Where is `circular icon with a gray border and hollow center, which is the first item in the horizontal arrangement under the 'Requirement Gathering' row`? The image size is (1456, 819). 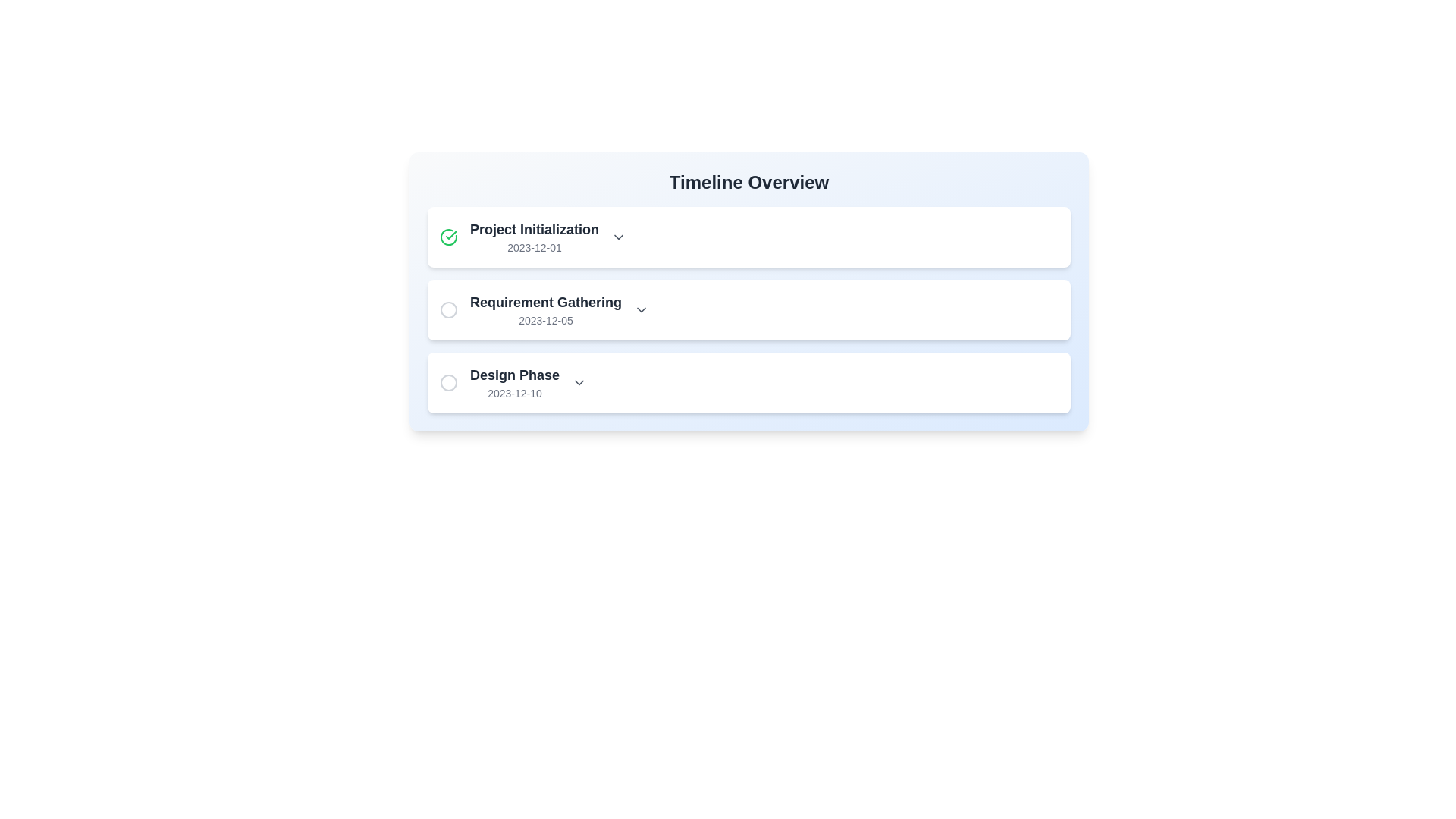 circular icon with a gray border and hollow center, which is the first item in the horizontal arrangement under the 'Requirement Gathering' row is located at coordinates (447, 309).